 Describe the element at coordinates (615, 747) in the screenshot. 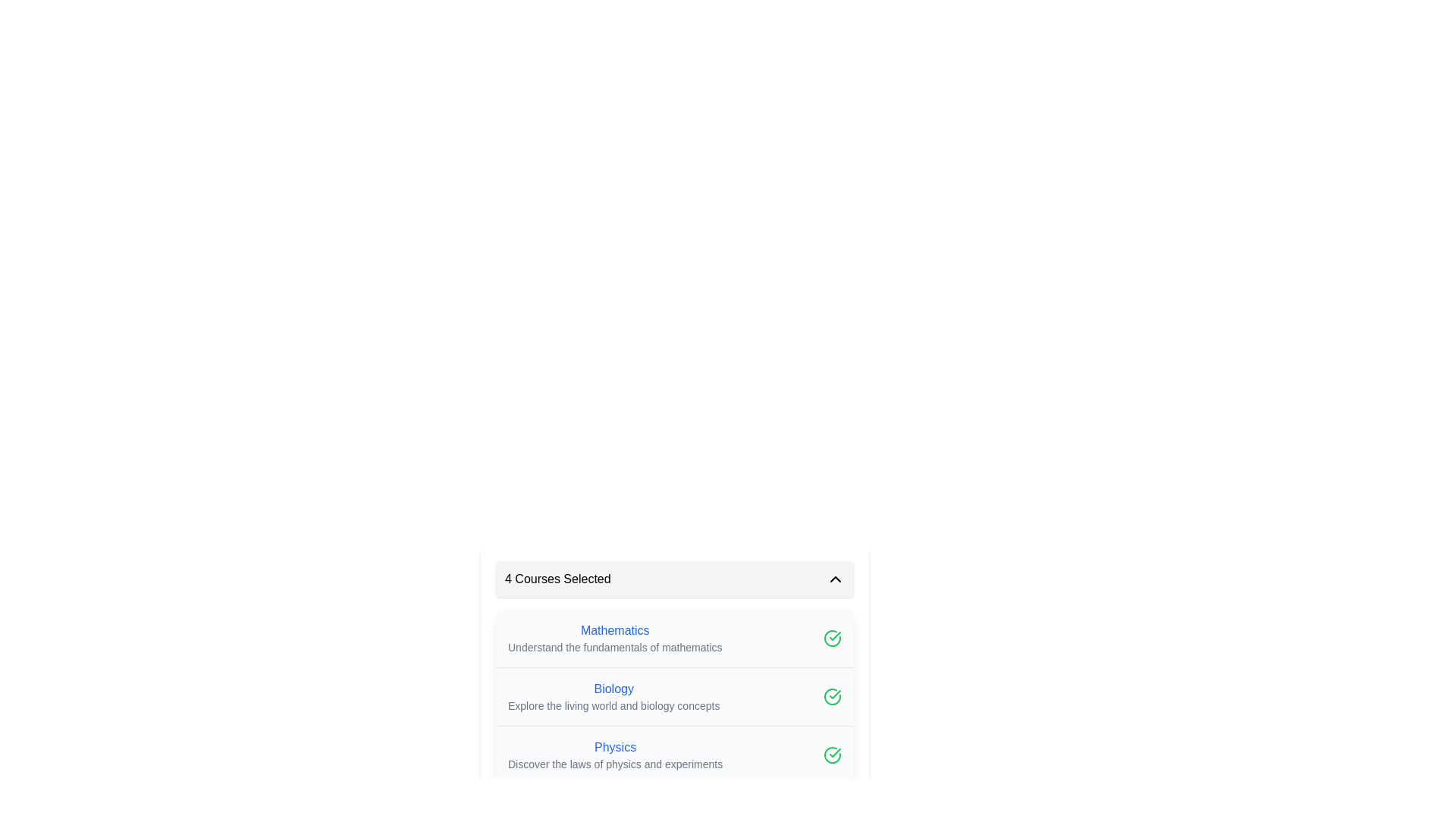

I see `the 'Physics' course title label in the lower central area of the course list` at that location.